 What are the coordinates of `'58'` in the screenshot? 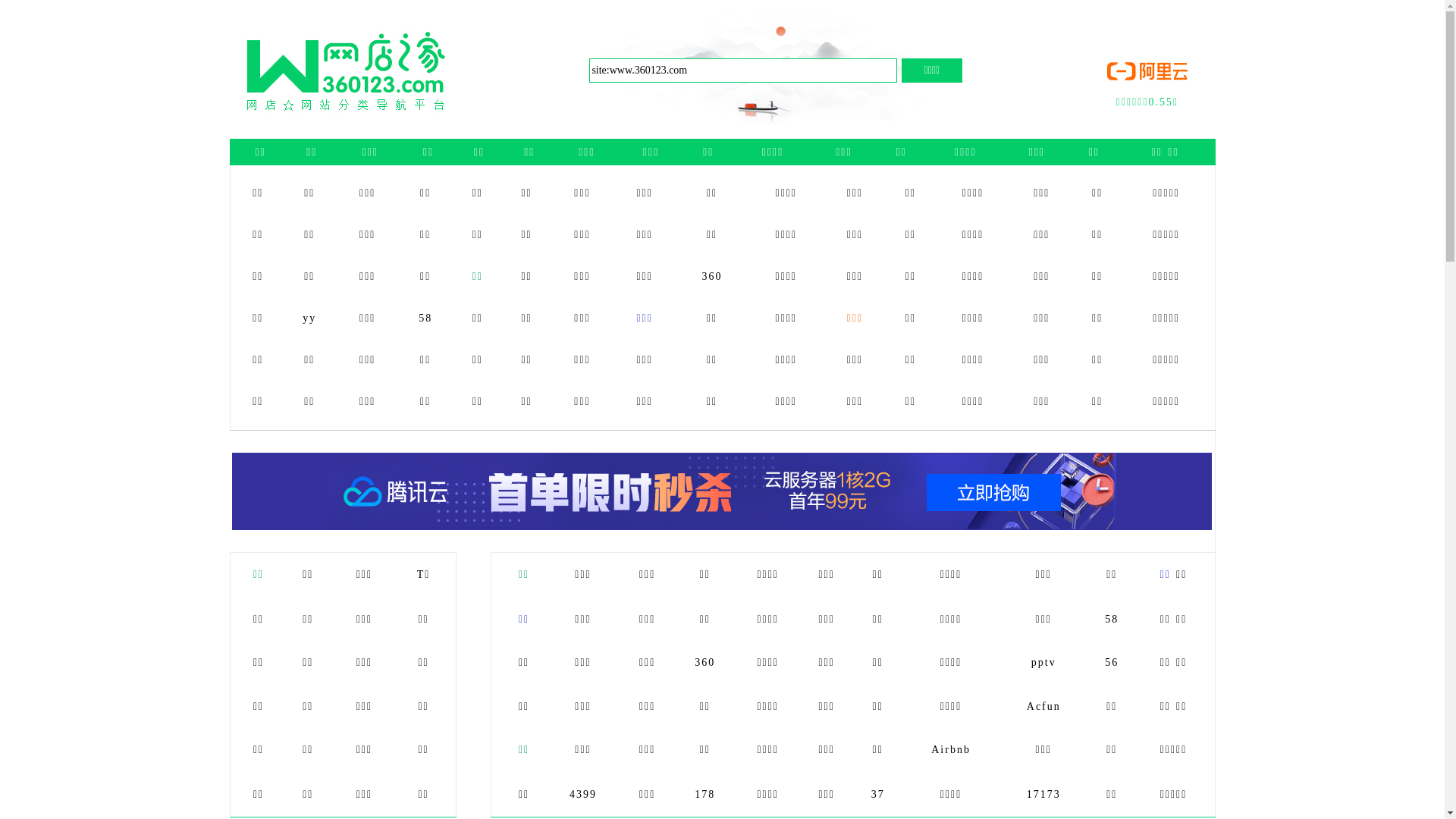 It's located at (425, 317).